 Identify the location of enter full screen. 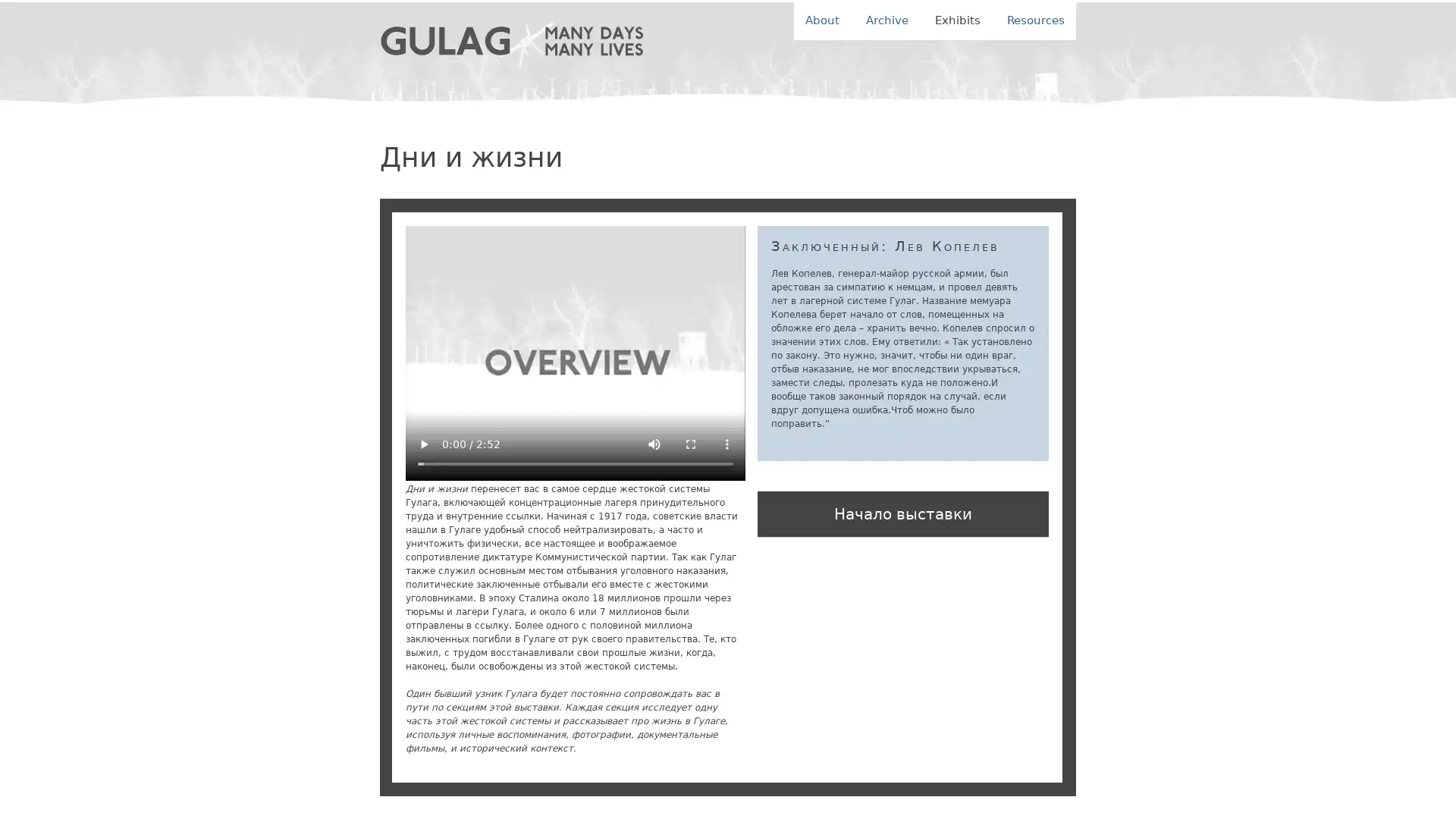
(690, 444).